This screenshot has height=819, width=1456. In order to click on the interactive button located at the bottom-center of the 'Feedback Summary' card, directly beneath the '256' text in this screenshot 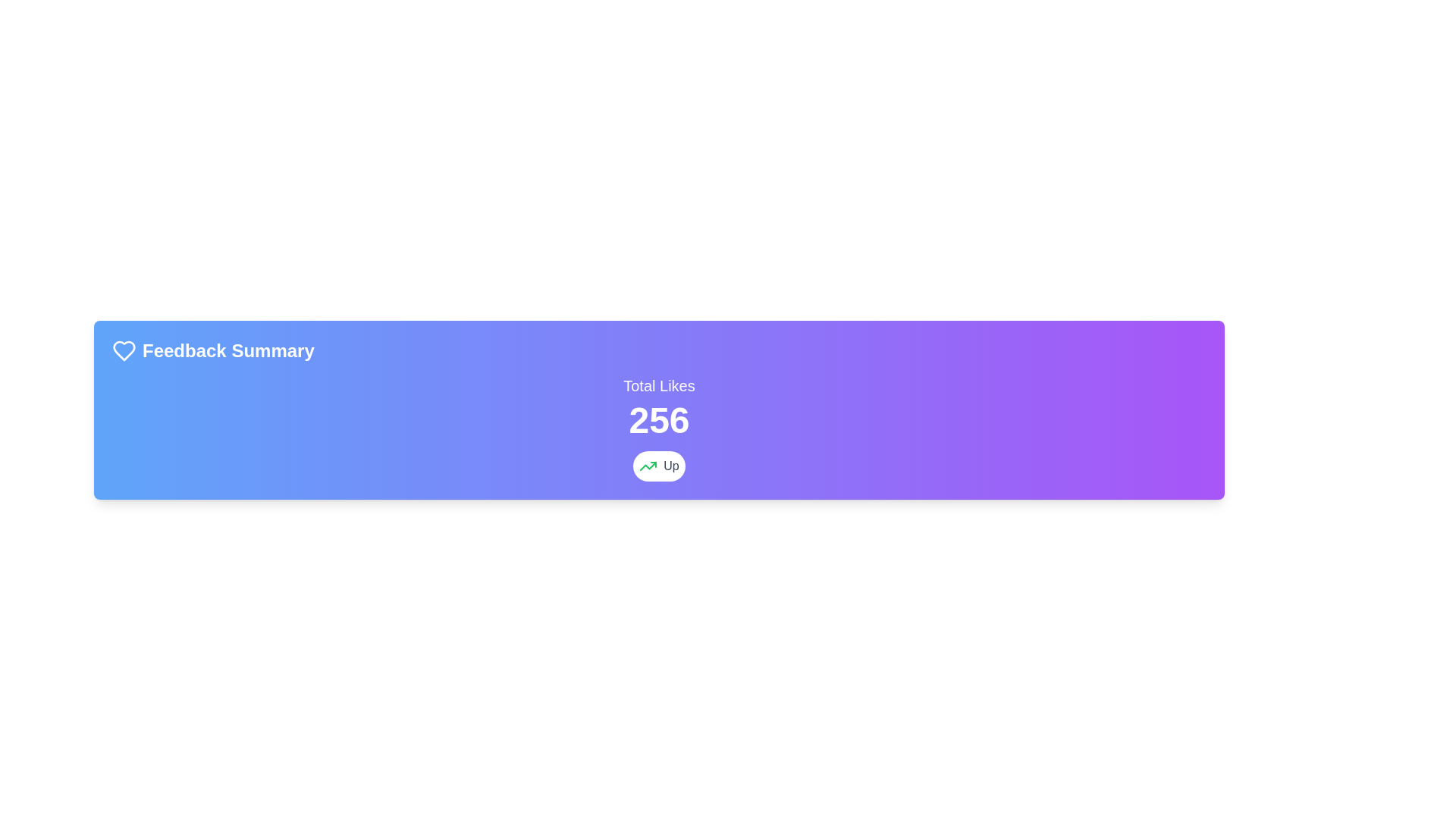, I will do `click(659, 465)`.